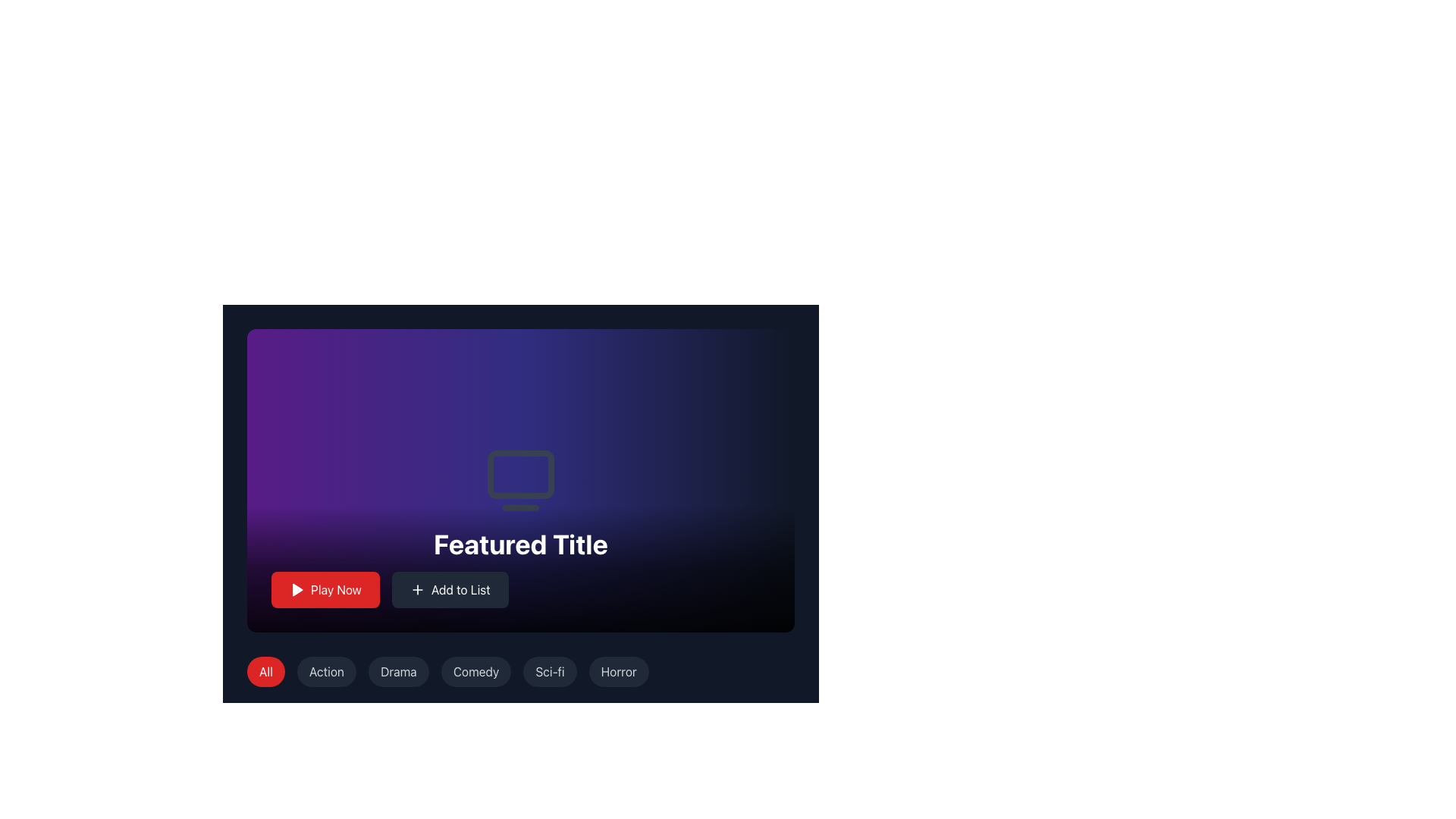 The width and height of the screenshot is (1456, 819). I want to click on the 'Drama' category selector button, so click(398, 671).